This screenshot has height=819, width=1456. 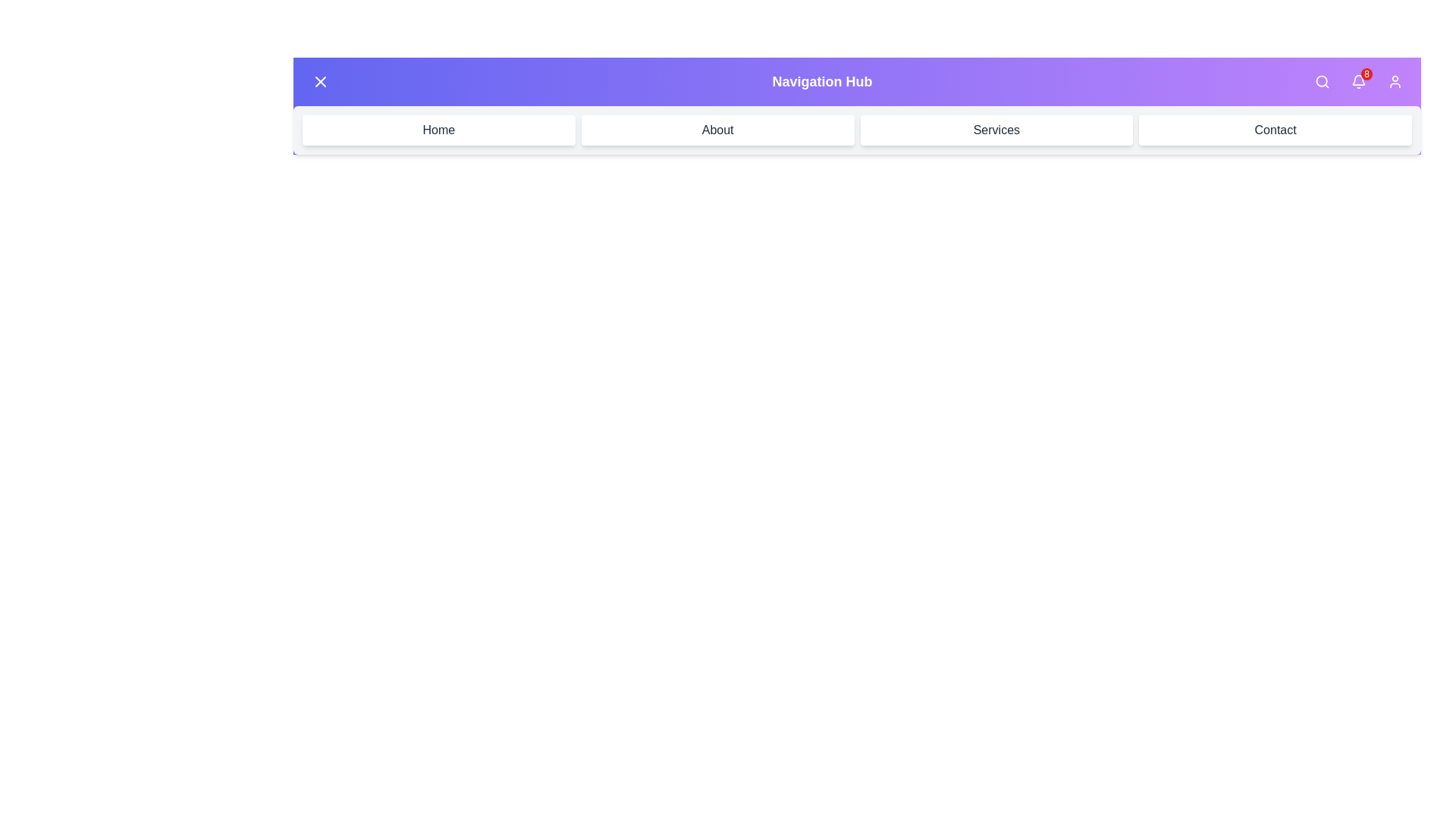 I want to click on the top-left button to toggle the menu visibility, so click(x=319, y=82).